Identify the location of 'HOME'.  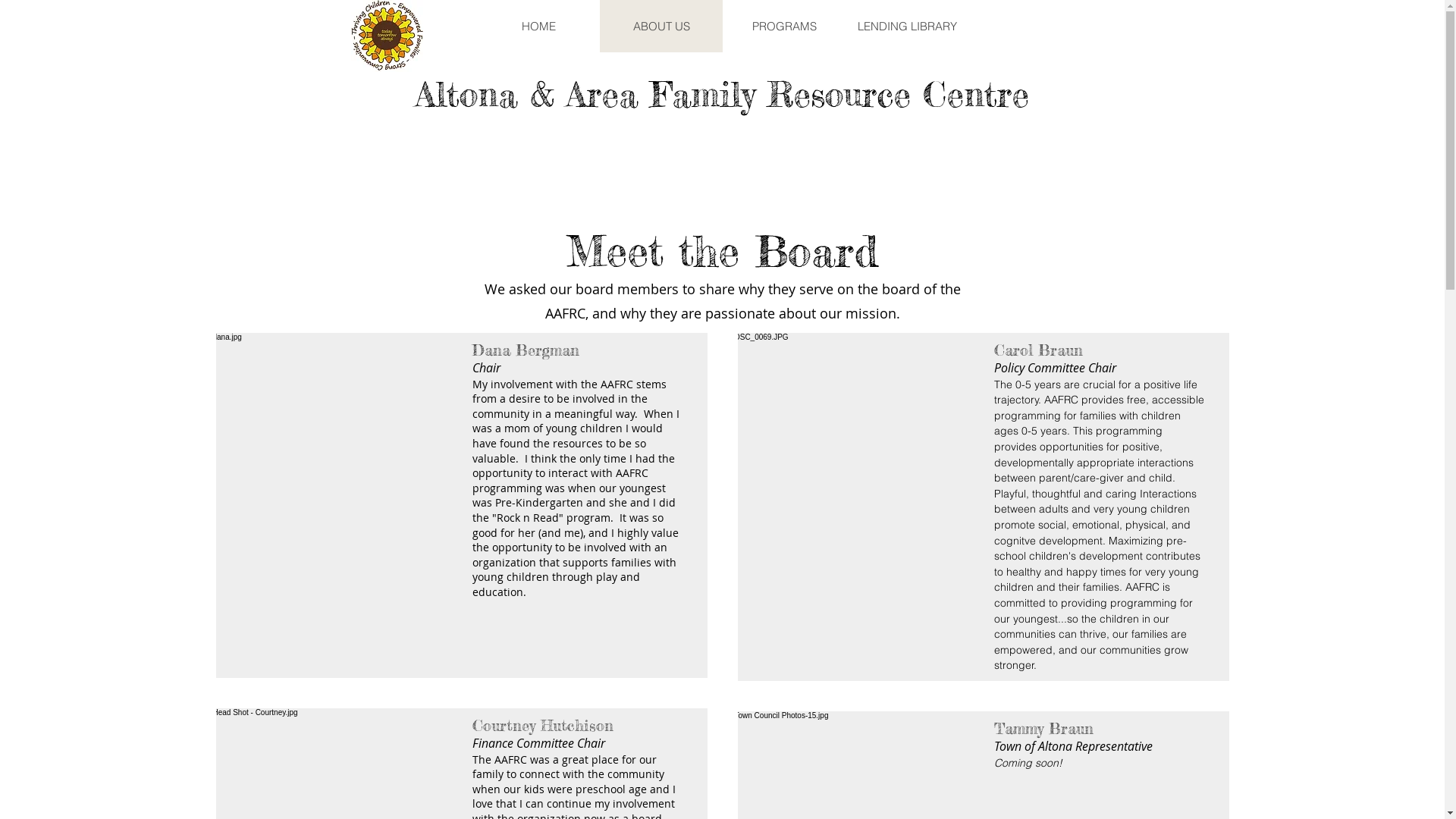
(538, 26).